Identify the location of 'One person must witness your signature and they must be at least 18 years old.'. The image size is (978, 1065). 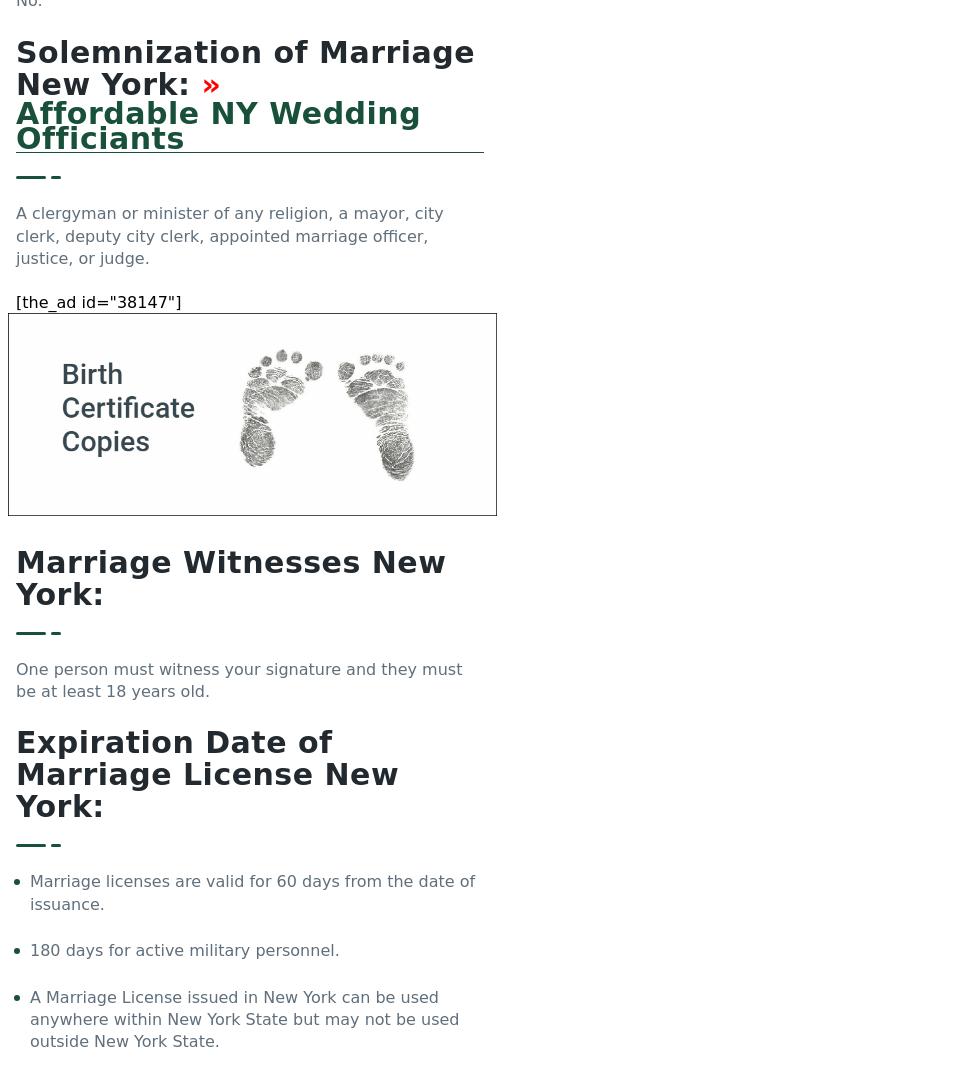
(239, 680).